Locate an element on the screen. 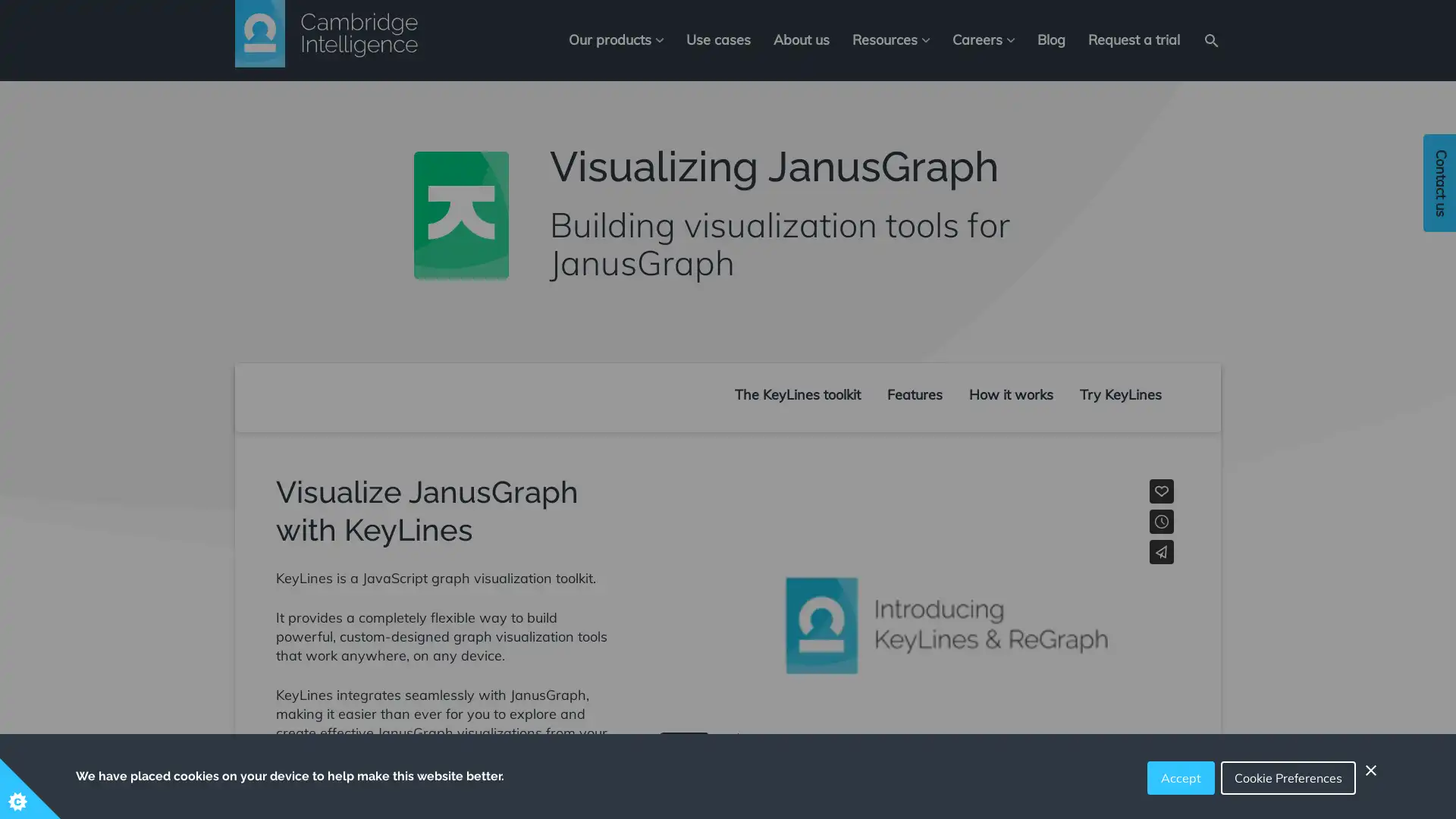 The height and width of the screenshot is (819, 1456). Cookie Preferences is located at coordinates (1288, 778).